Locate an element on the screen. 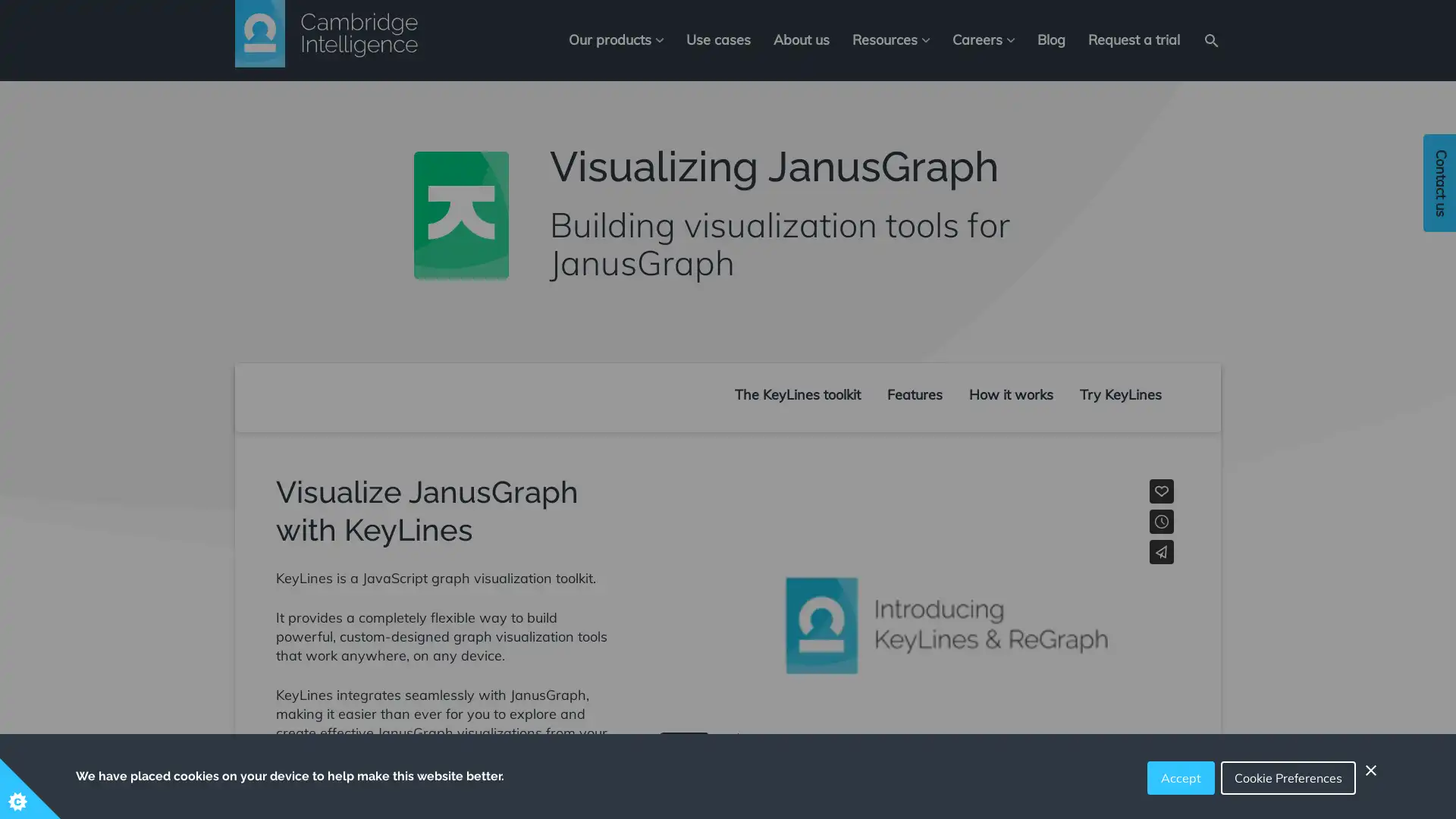 The height and width of the screenshot is (819, 1456). Cookie Preferences is located at coordinates (1288, 778).